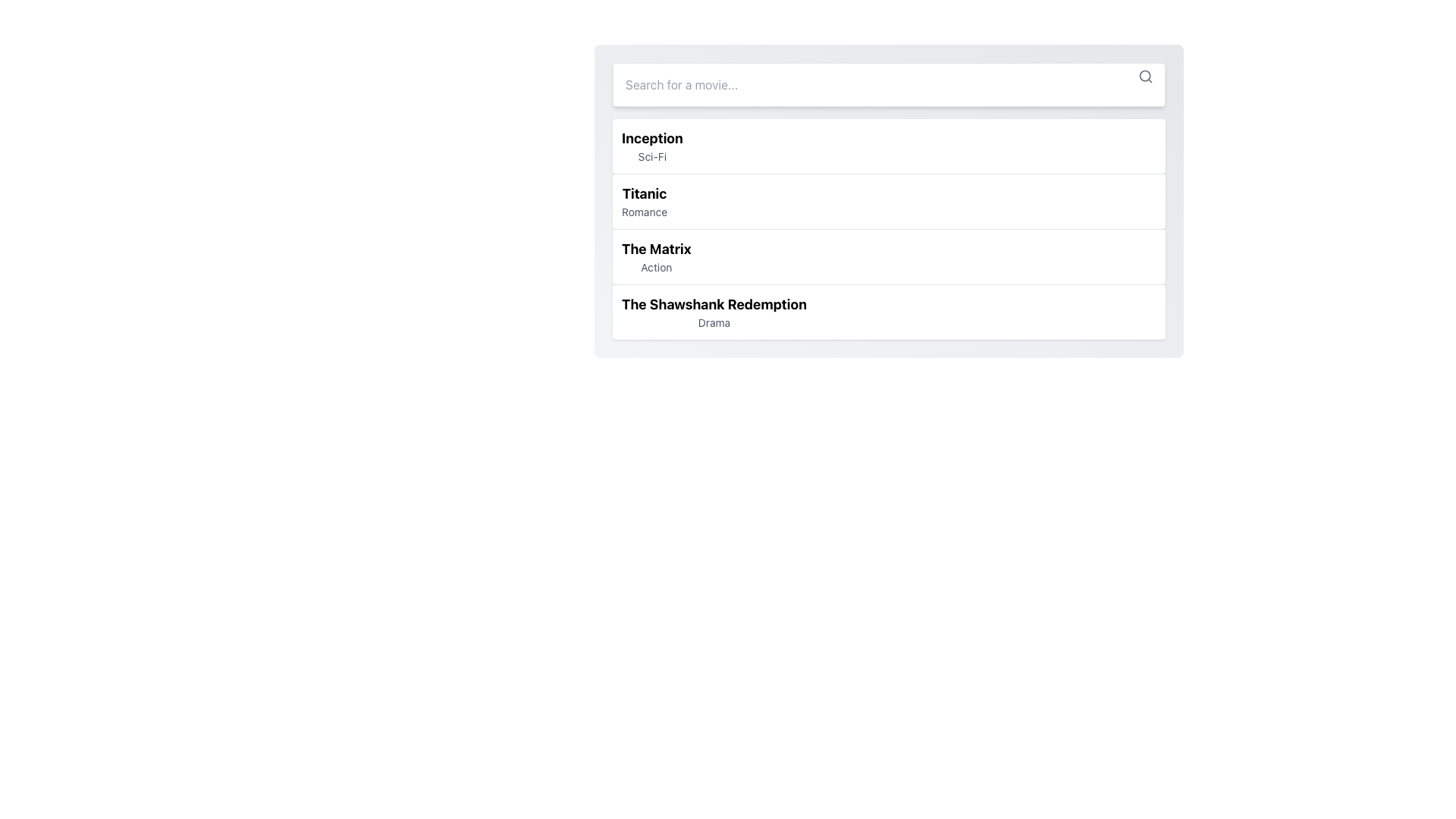 The image size is (1456, 819). Describe the element at coordinates (889, 229) in the screenshot. I see `the third list item containing the movie title 'The Matrix' and genre 'Action' in the movie list component` at that location.